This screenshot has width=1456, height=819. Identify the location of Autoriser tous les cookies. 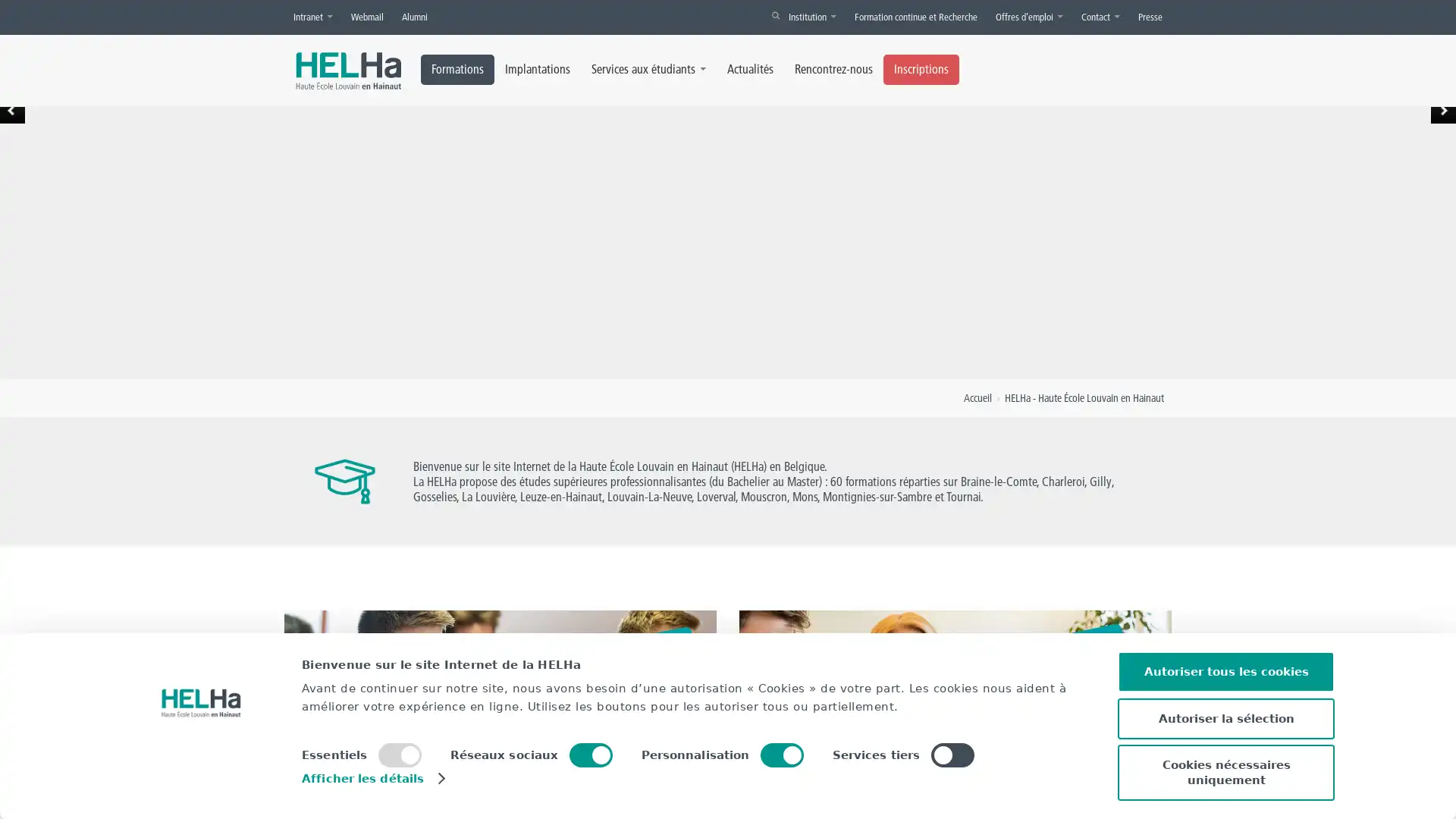
(1226, 671).